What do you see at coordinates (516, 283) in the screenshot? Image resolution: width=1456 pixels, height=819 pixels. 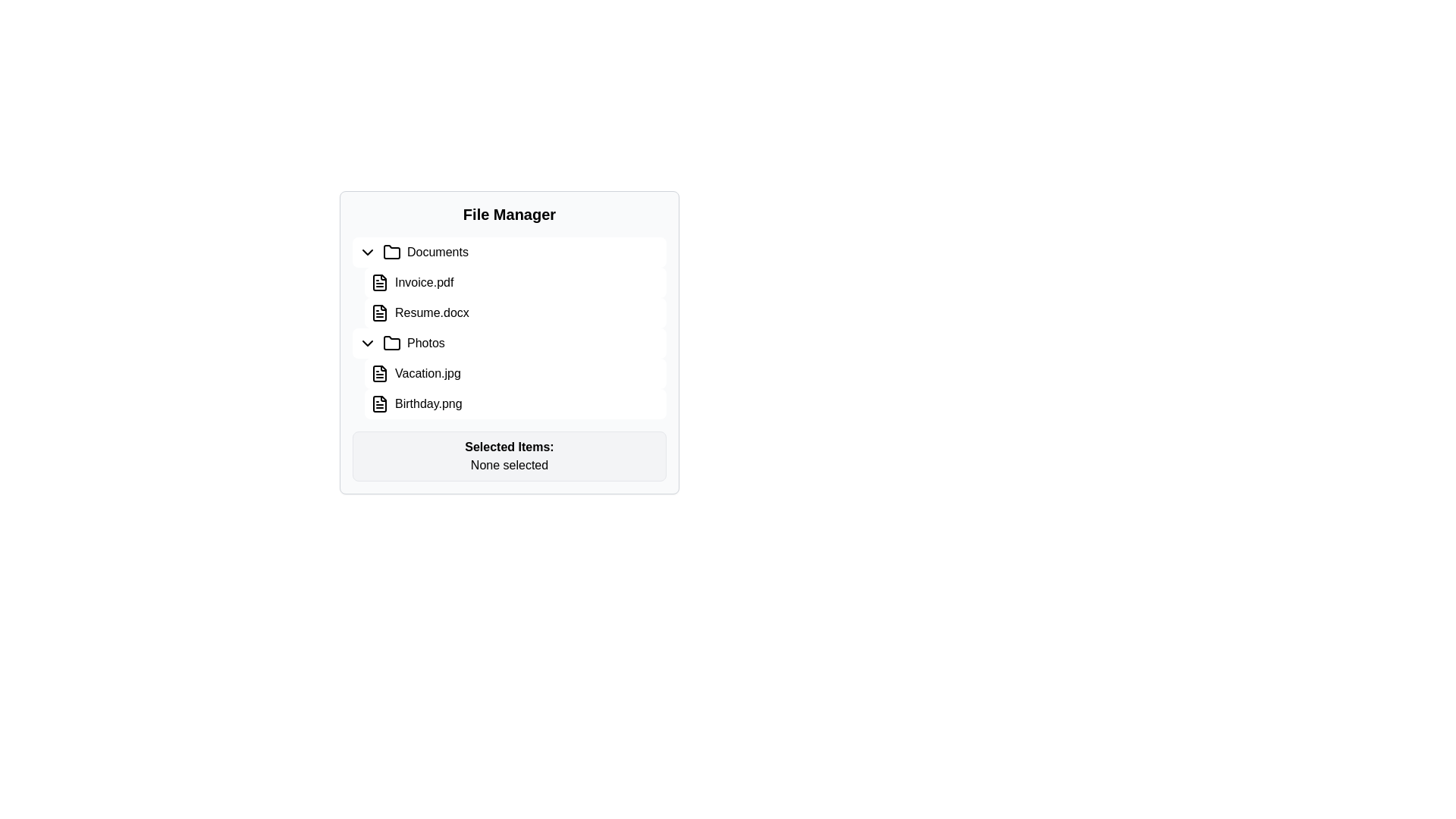 I see `the second file entry row under the 'Documents' group in the file management interface` at bounding box center [516, 283].